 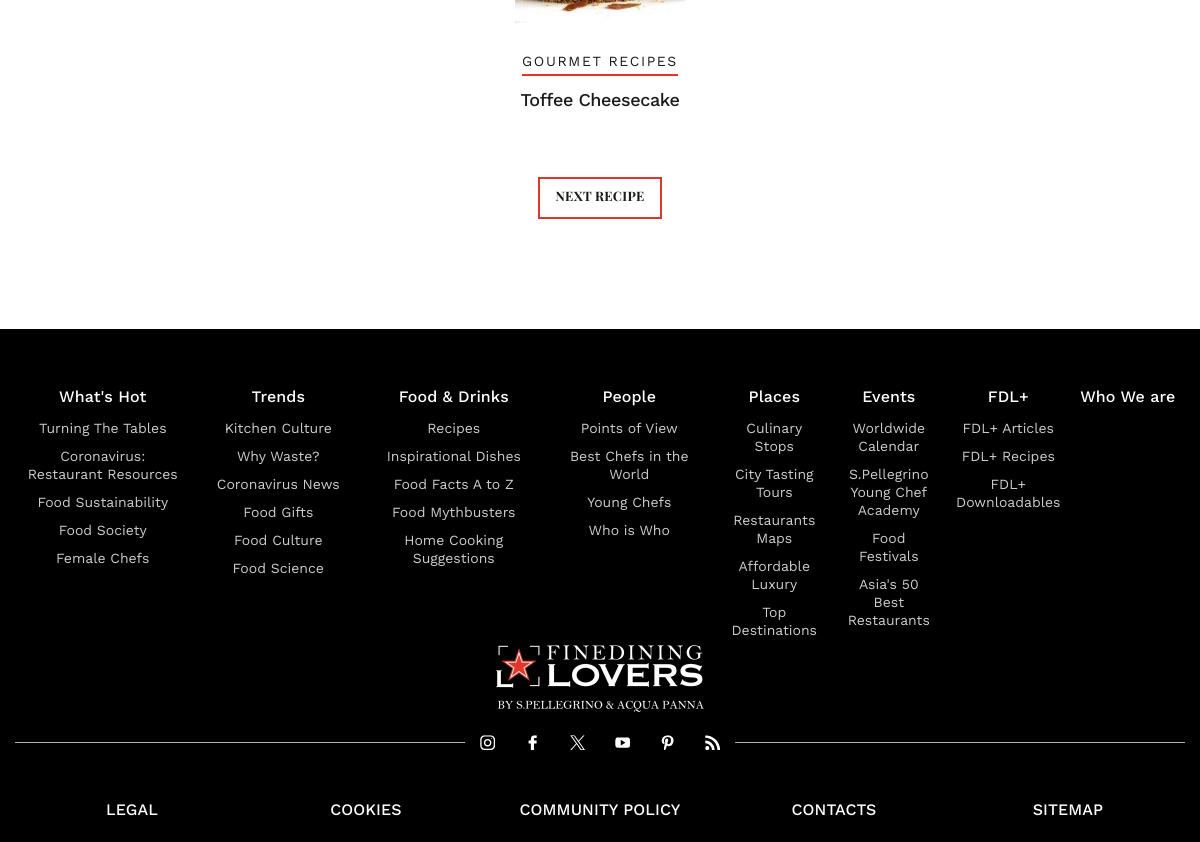 What do you see at coordinates (102, 502) in the screenshot?
I see `'Food Sustainability'` at bounding box center [102, 502].